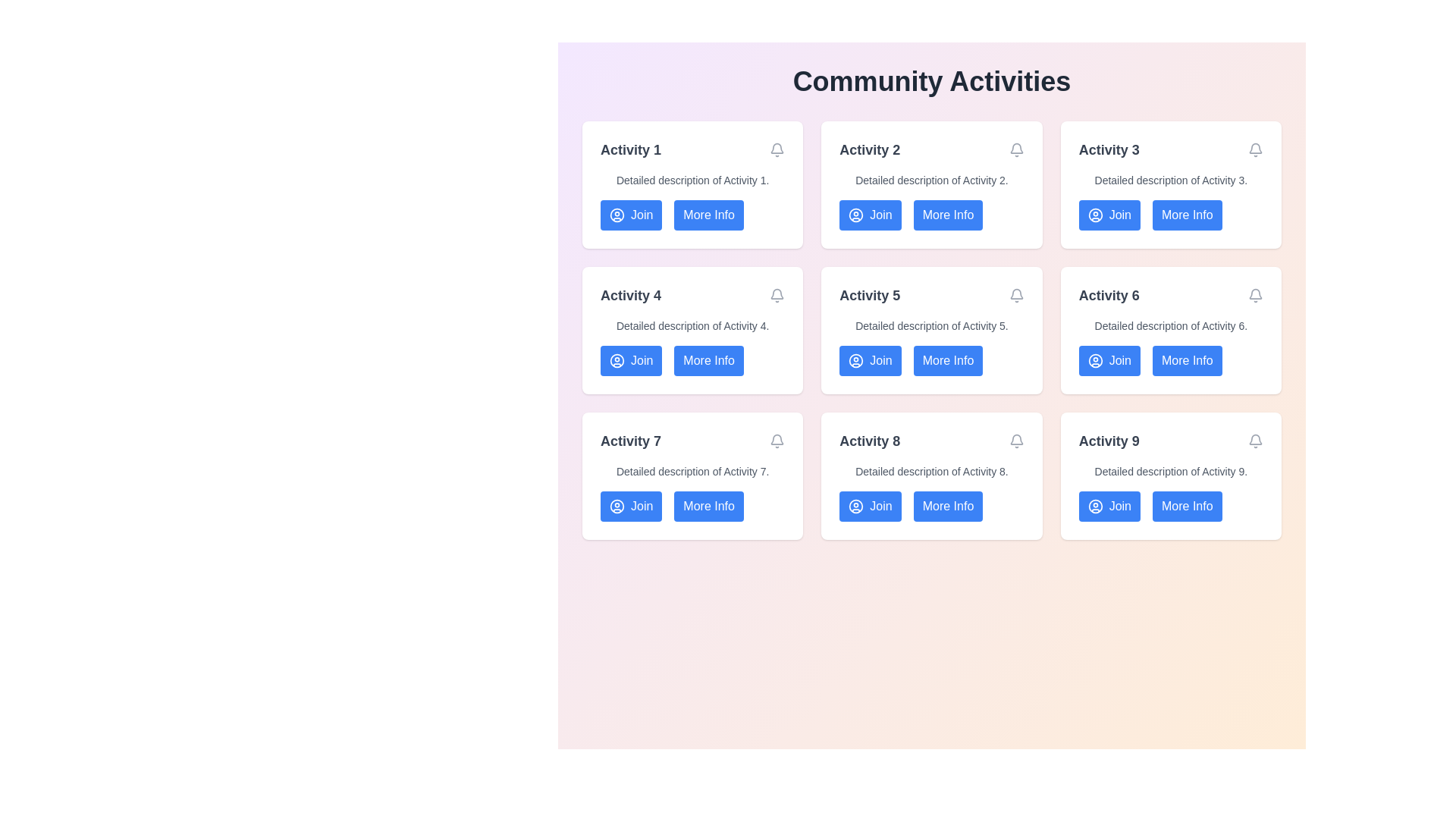  Describe the element at coordinates (930, 470) in the screenshot. I see `the TextLabel displaying 'Detailed description of Activity 8', which is positioned below the title 'Activity 8' and above the action buttons 'Join' and 'More Info'` at that location.